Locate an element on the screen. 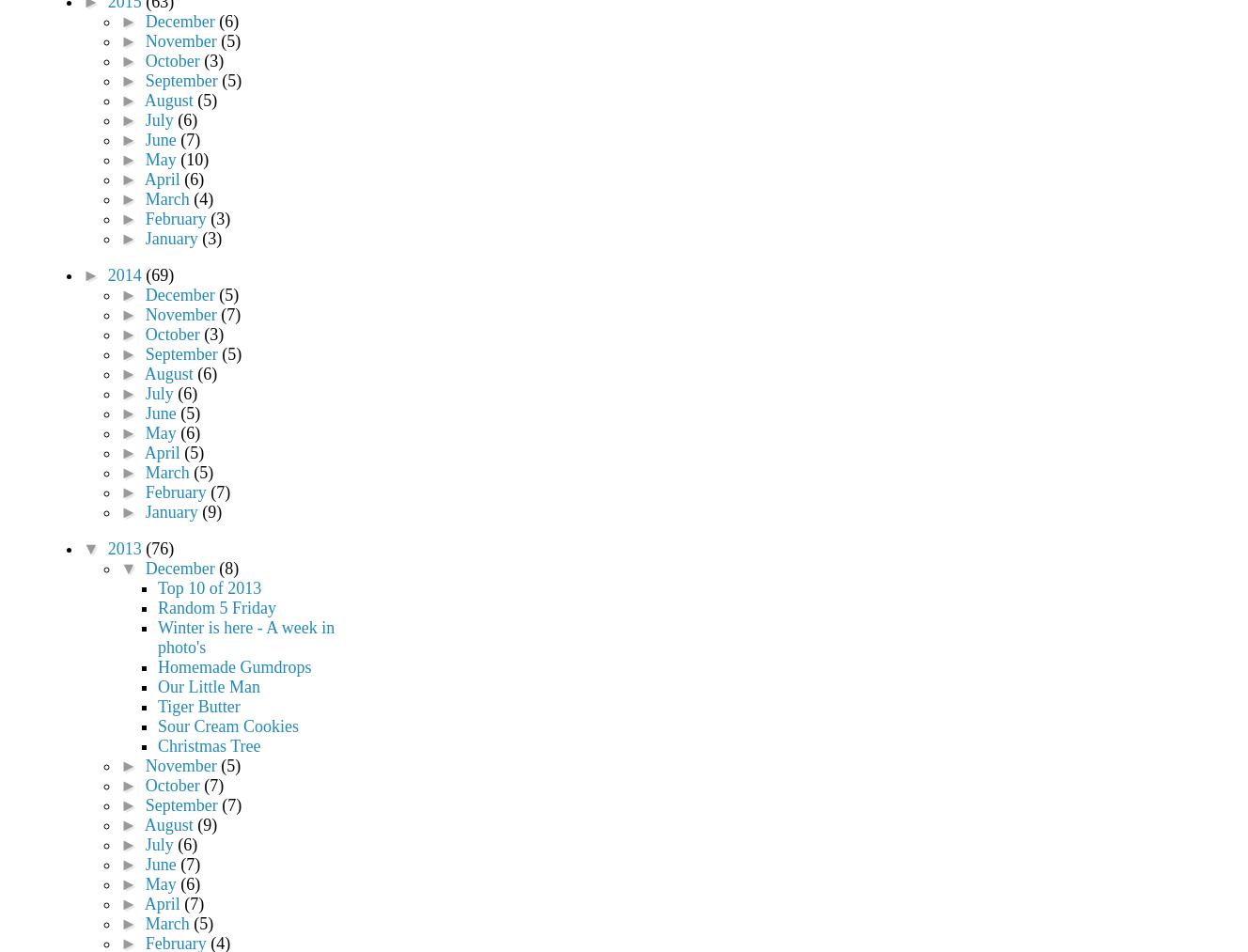 This screenshot has height=952, width=1248. 'Tiger Butter' is located at coordinates (198, 706).